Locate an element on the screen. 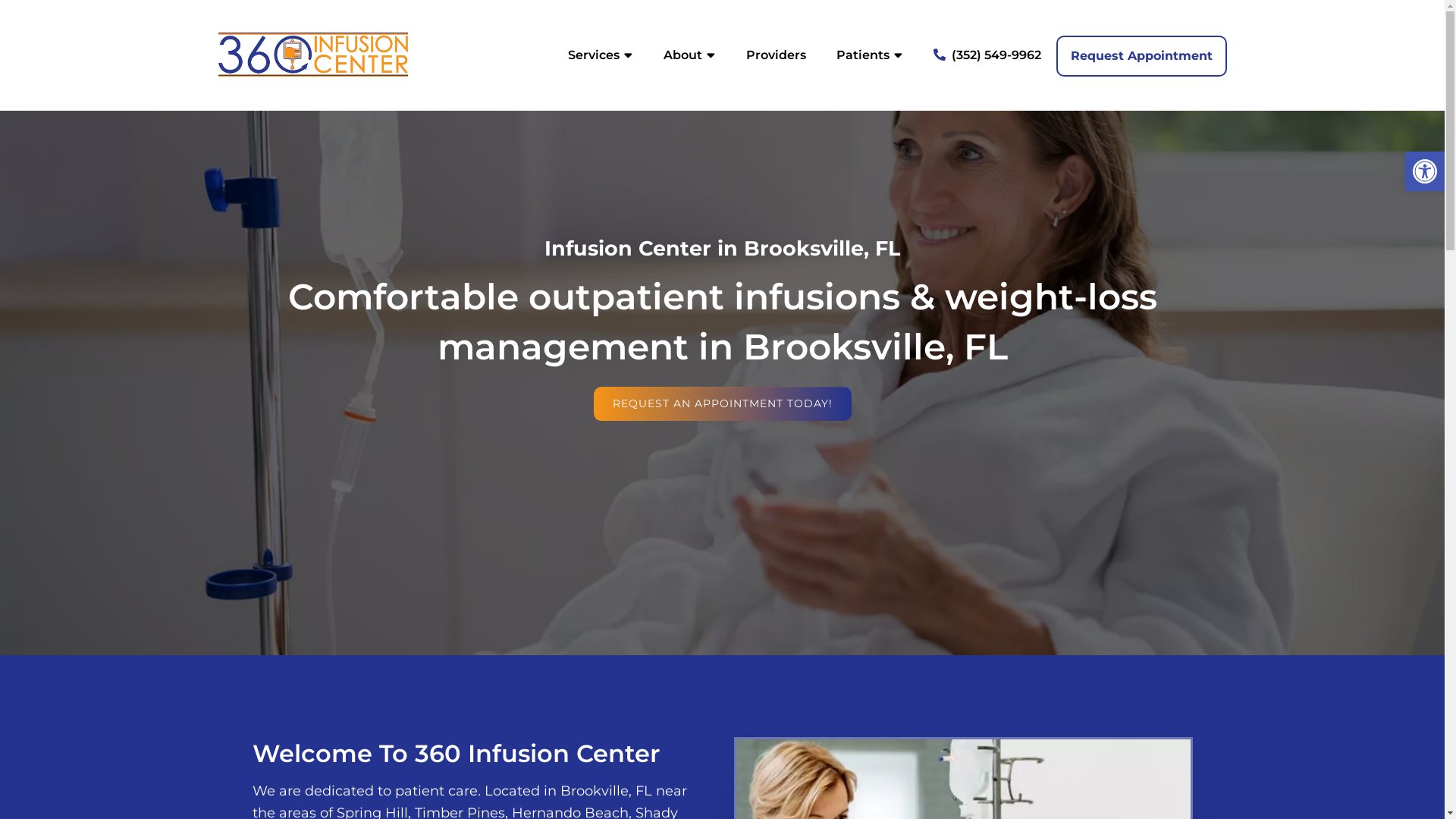 Image resolution: width=1456 pixels, height=819 pixels. 'Request Appointment' is located at coordinates (1055, 55).